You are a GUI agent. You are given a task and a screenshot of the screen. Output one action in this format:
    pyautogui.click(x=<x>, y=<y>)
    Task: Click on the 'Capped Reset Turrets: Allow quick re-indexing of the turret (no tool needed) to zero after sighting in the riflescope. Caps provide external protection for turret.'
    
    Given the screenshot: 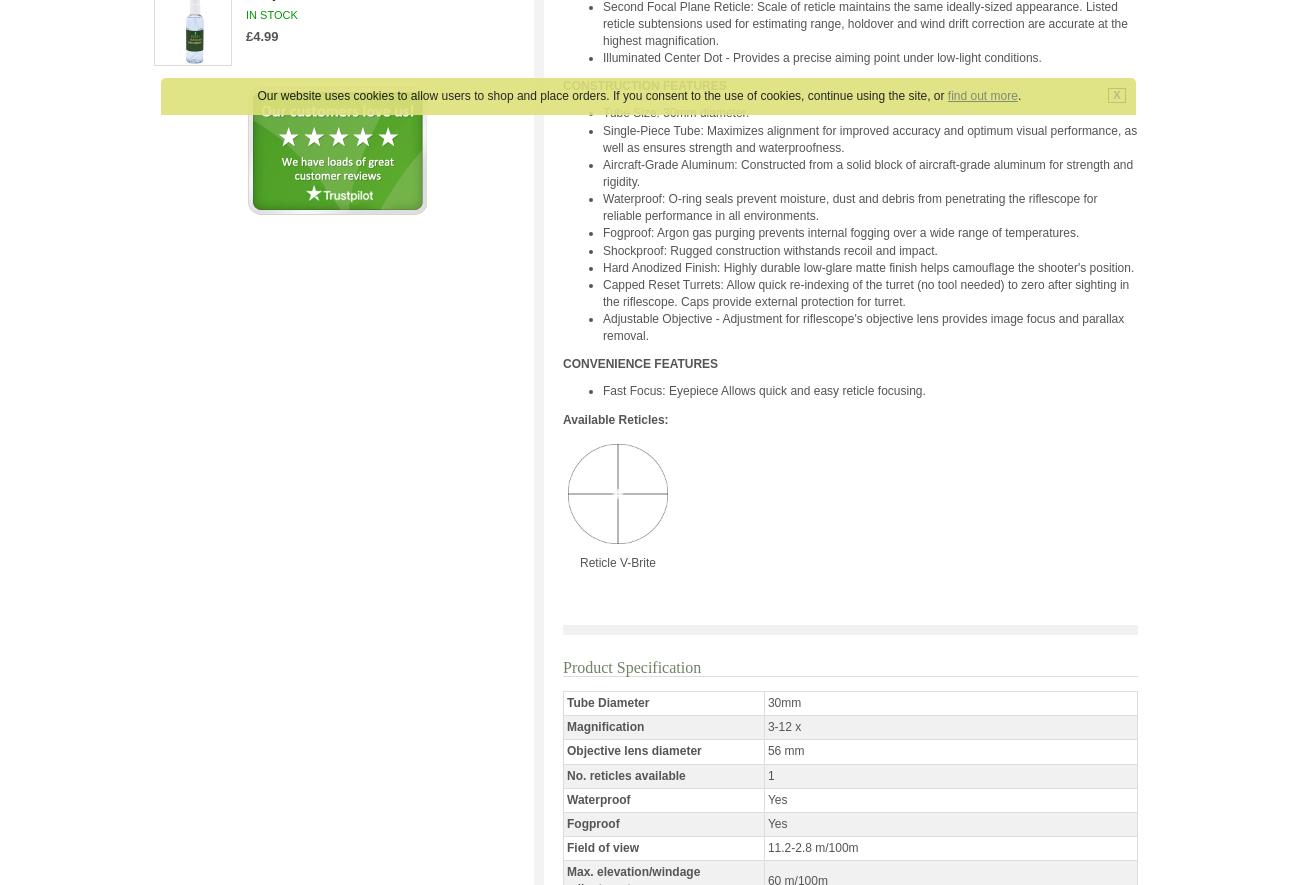 What is the action you would take?
    pyautogui.click(x=866, y=291)
    